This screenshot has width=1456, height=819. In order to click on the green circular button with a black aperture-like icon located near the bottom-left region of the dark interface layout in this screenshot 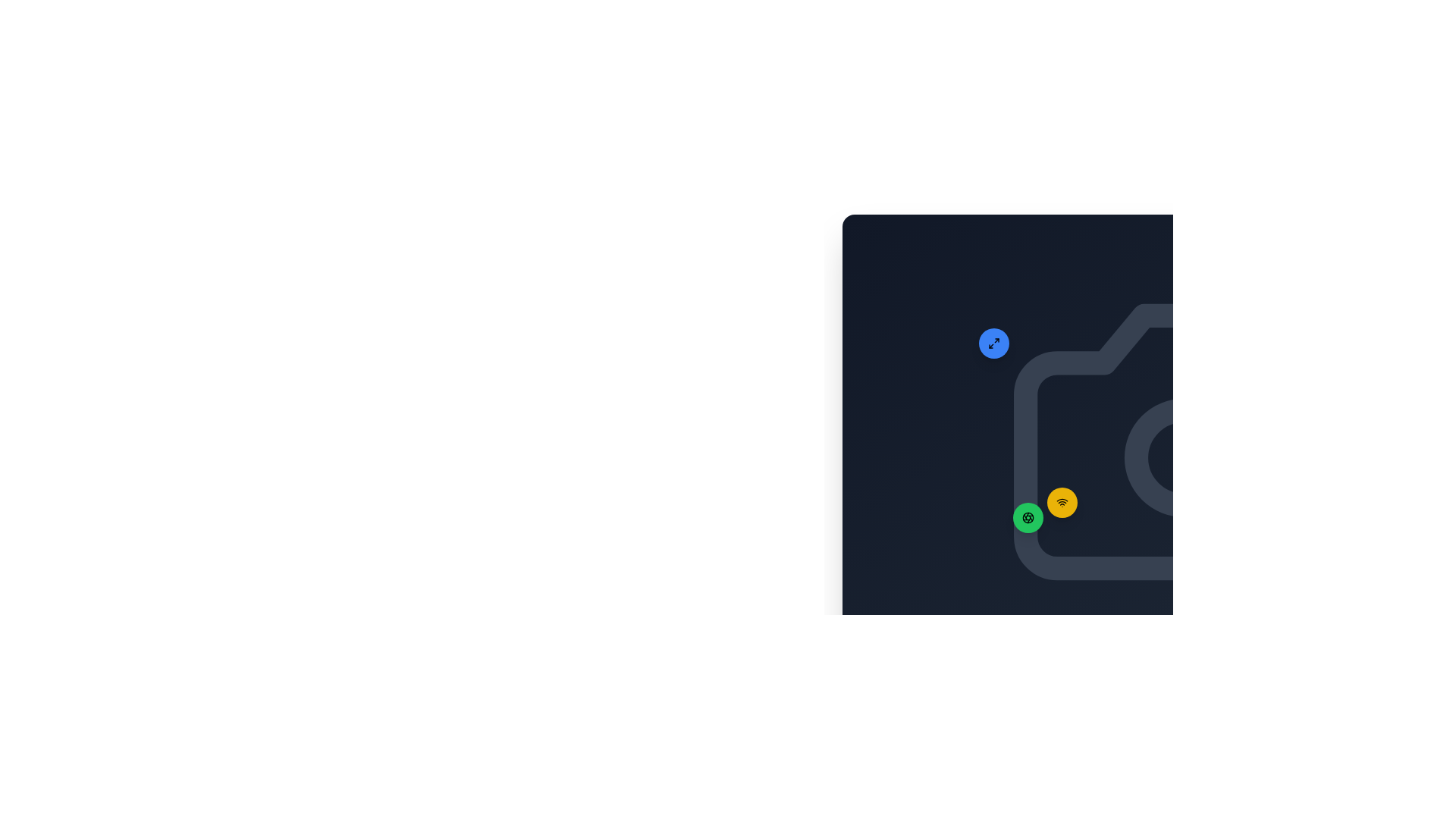, I will do `click(1028, 516)`.